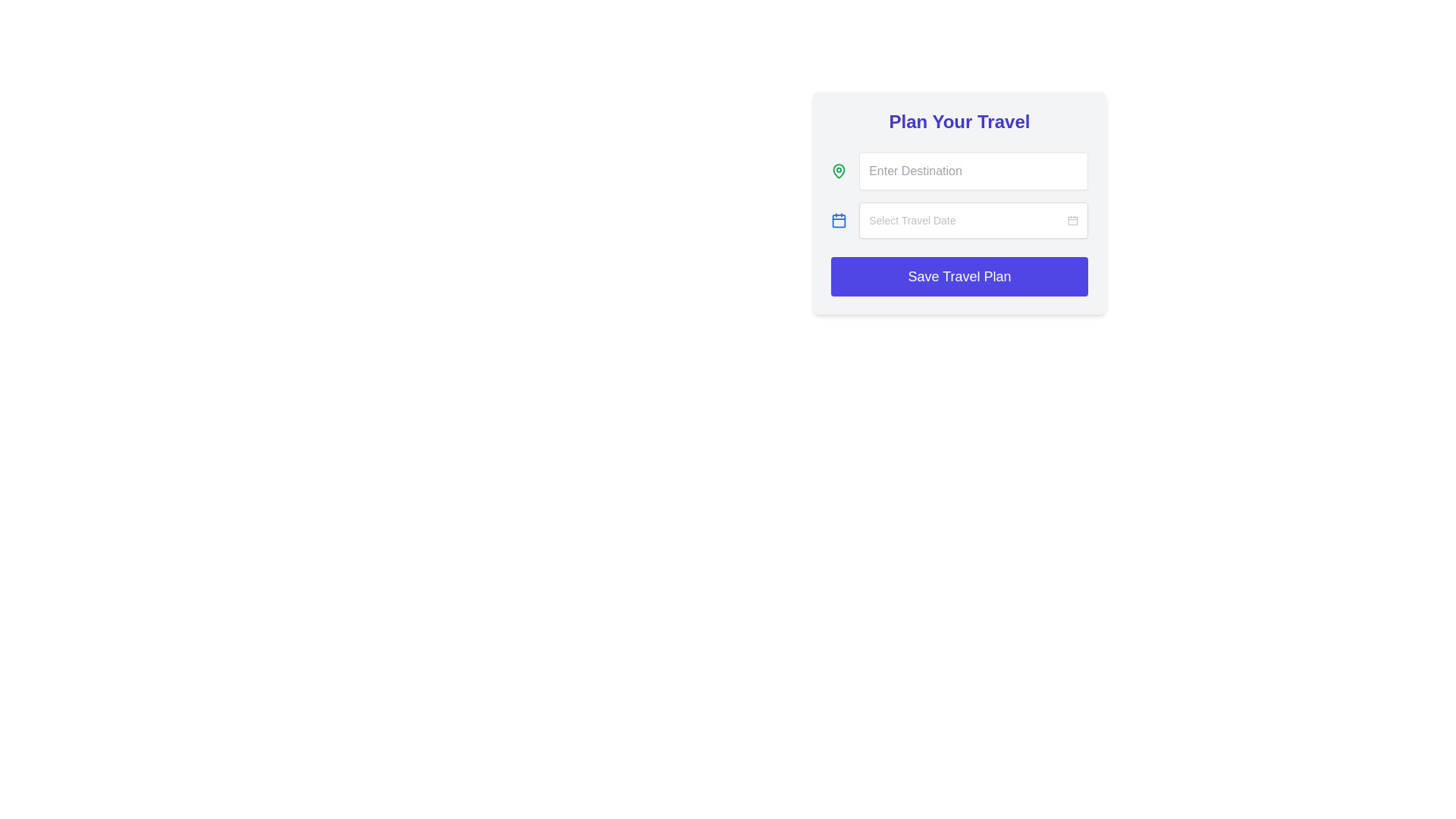  What do you see at coordinates (959, 220) in the screenshot?
I see `the Date picker input field located in the second row of the 'Plan Your Travel' panel` at bounding box center [959, 220].